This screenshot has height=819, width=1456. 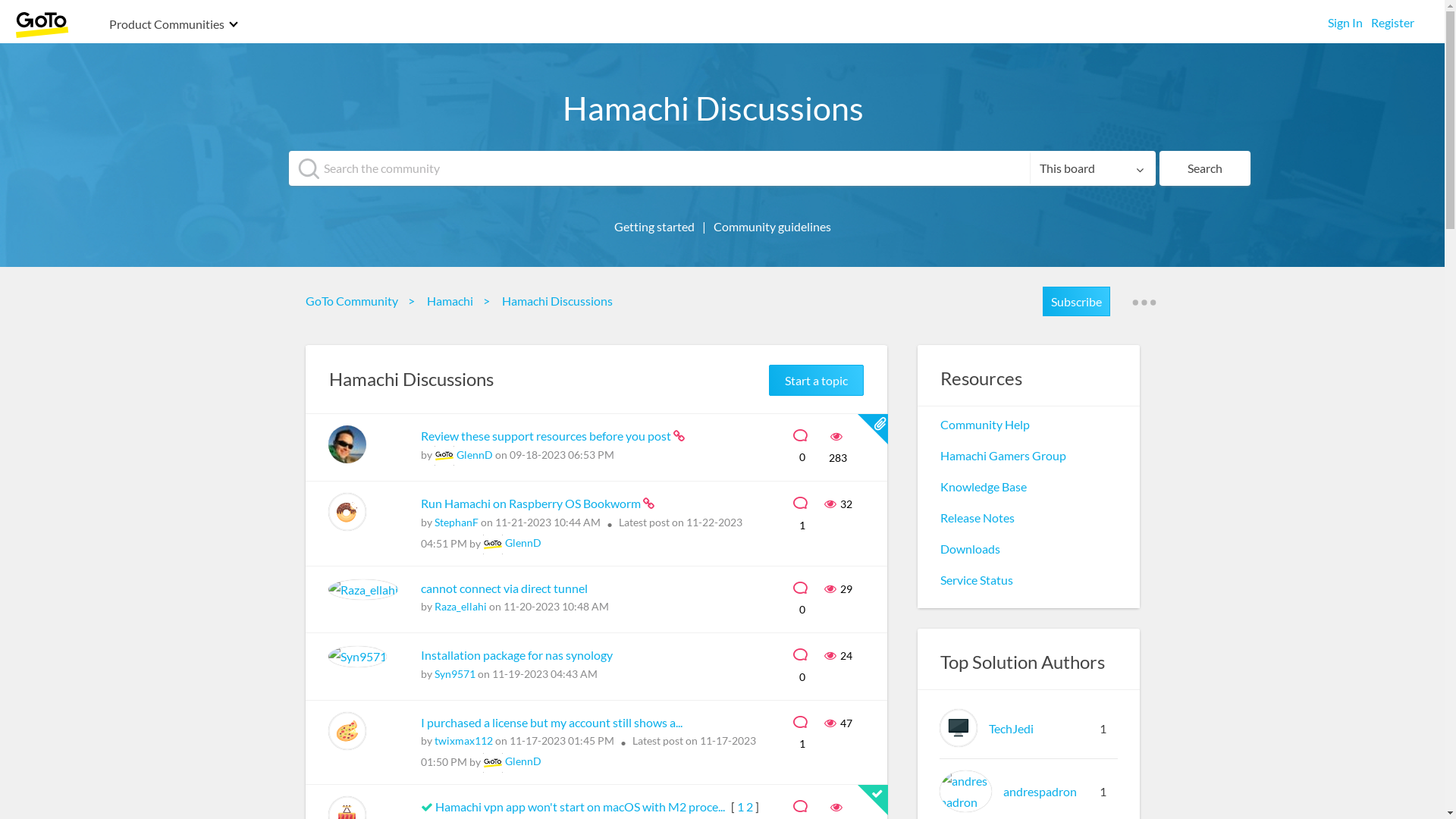 What do you see at coordinates (167, 25) in the screenshot?
I see `'Product Communities'` at bounding box center [167, 25].